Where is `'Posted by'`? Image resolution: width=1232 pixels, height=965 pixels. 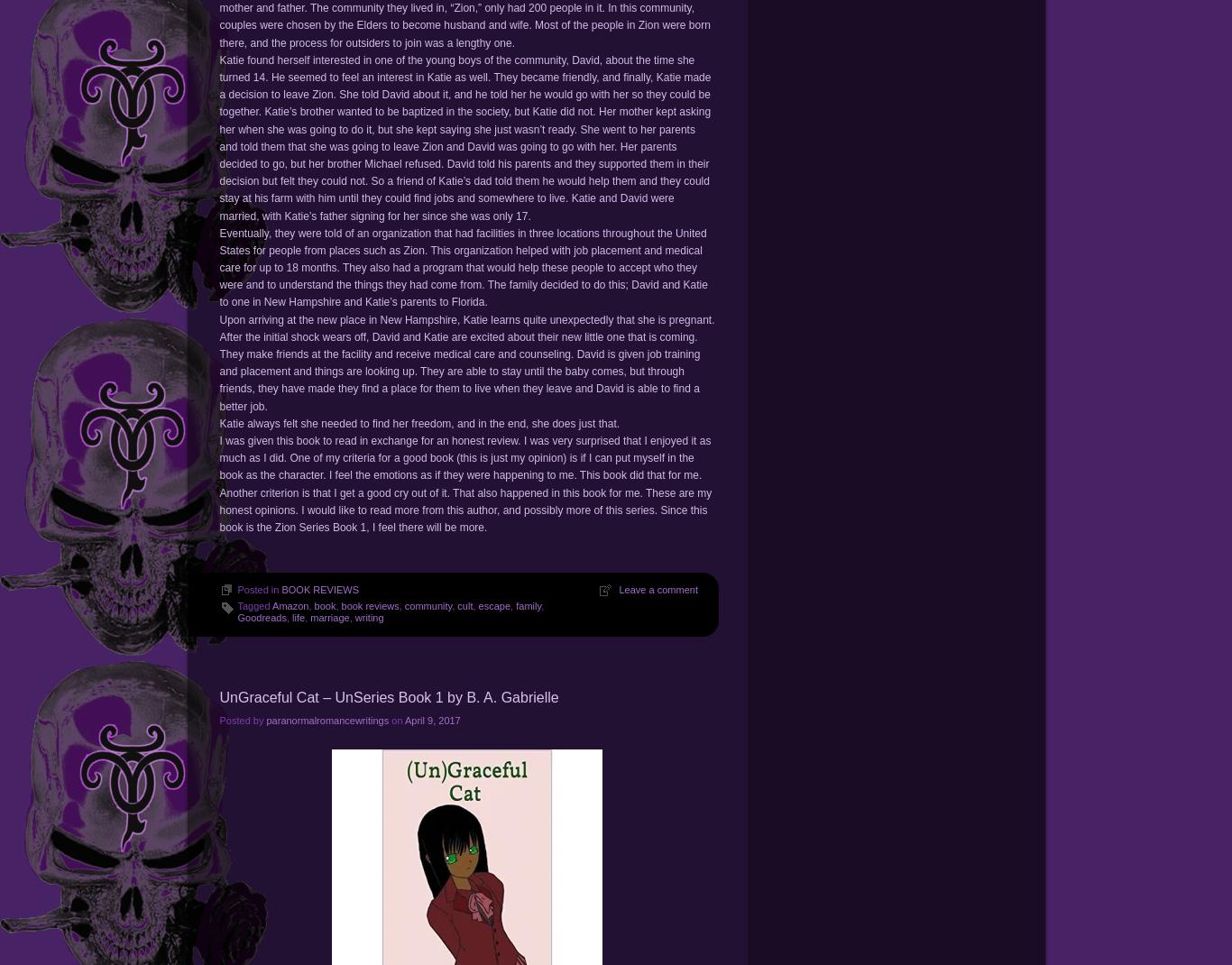
'Posted by' is located at coordinates (242, 719).